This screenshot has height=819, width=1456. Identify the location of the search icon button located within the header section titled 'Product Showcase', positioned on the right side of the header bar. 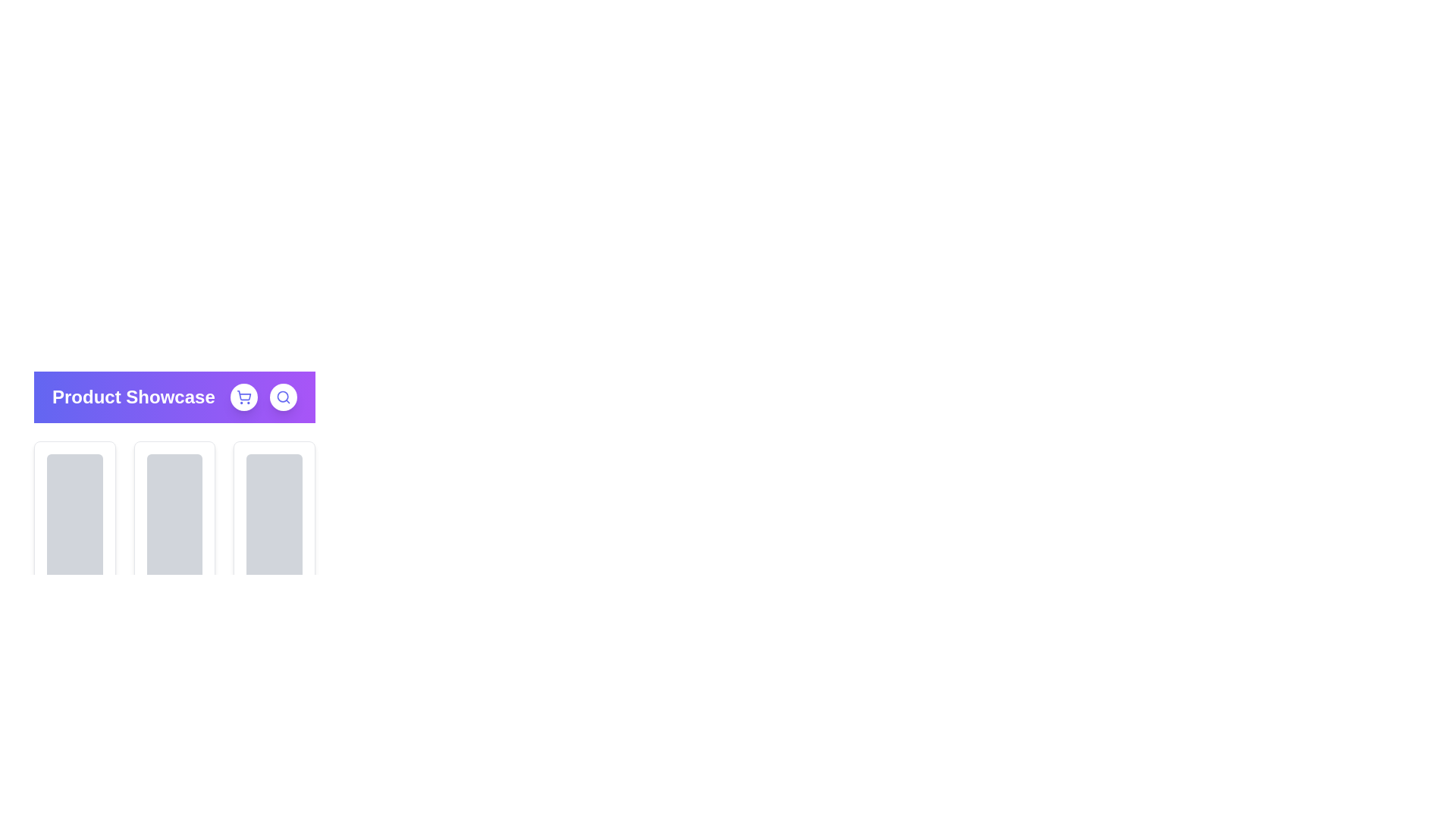
(263, 397).